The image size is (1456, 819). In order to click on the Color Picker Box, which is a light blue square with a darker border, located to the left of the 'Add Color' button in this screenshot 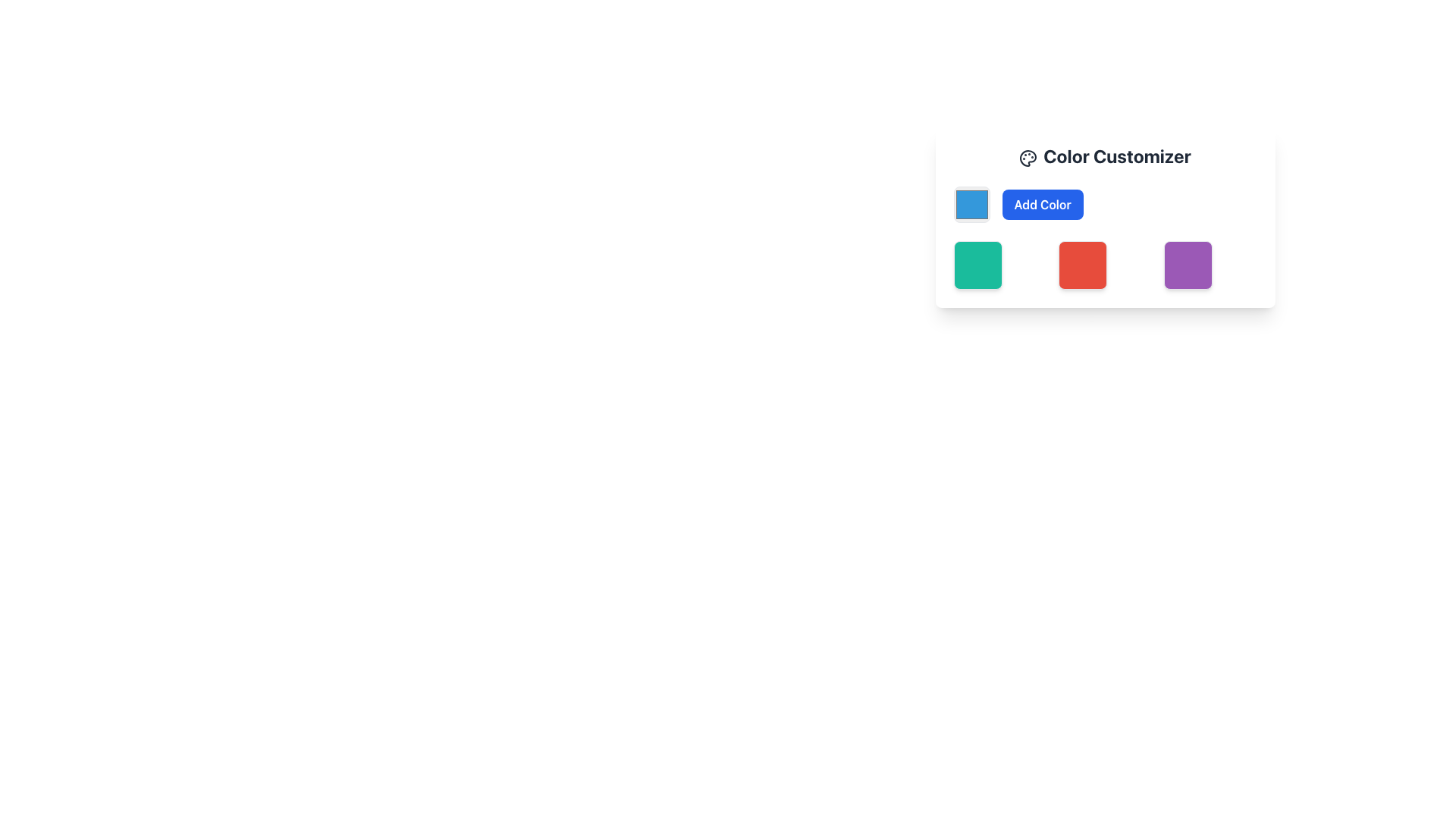, I will do `click(971, 205)`.